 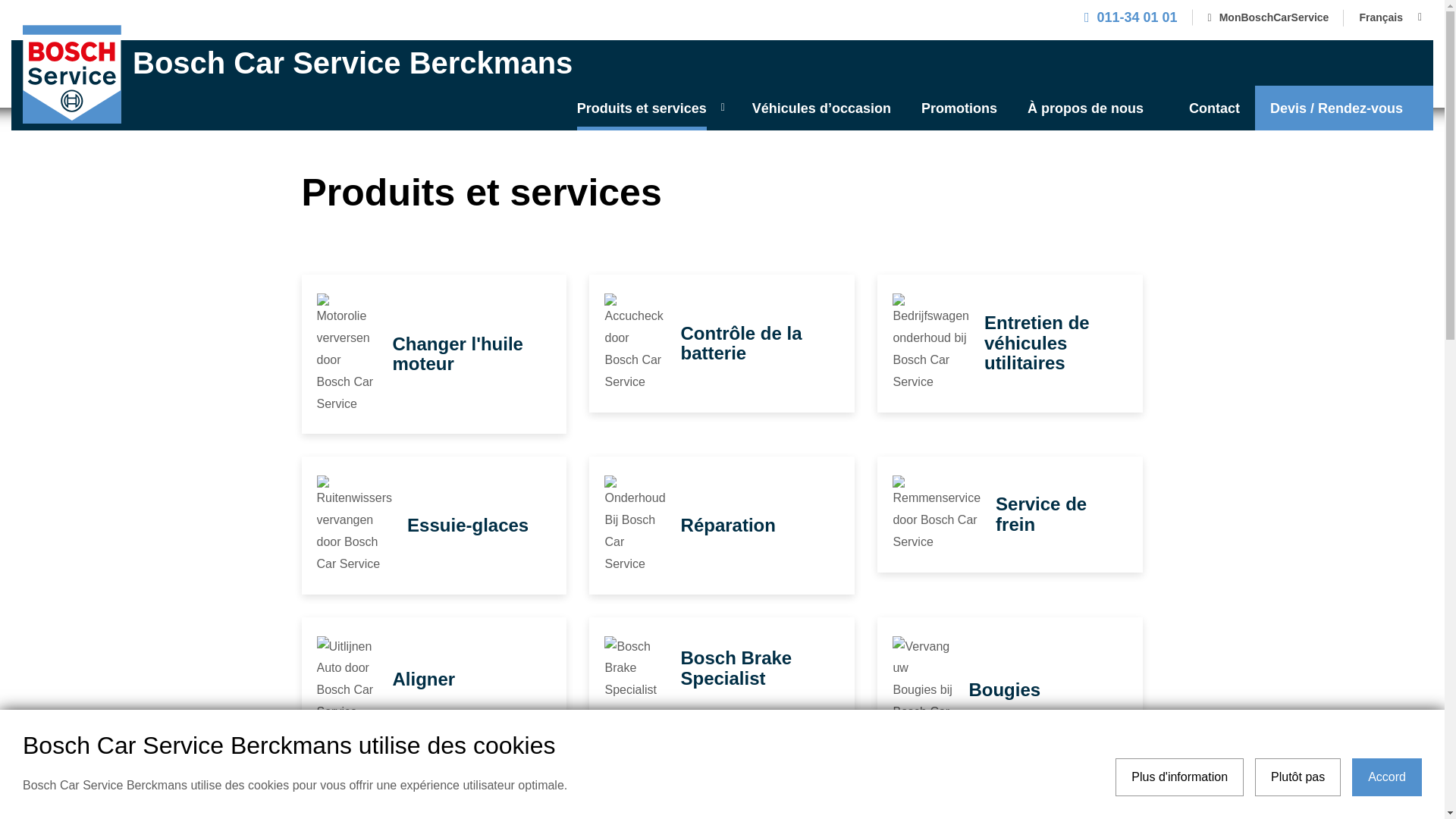 I want to click on 'Service de frein', so click(x=996, y=513).